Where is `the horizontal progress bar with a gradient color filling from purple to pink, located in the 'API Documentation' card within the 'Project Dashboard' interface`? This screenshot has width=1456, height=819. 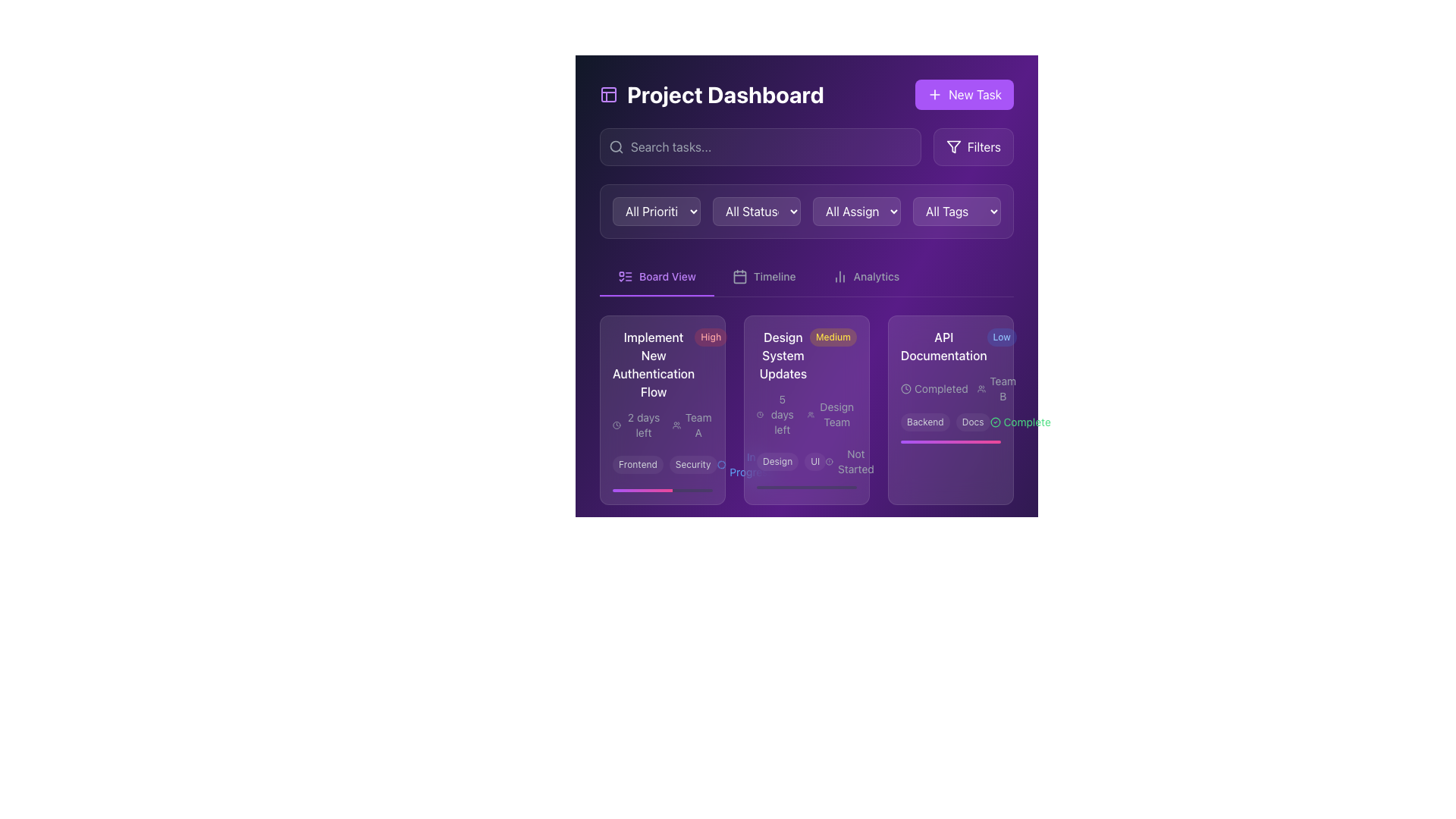 the horizontal progress bar with a gradient color filling from purple to pink, located in the 'API Documentation' card within the 'Project Dashboard' interface is located at coordinates (949, 441).